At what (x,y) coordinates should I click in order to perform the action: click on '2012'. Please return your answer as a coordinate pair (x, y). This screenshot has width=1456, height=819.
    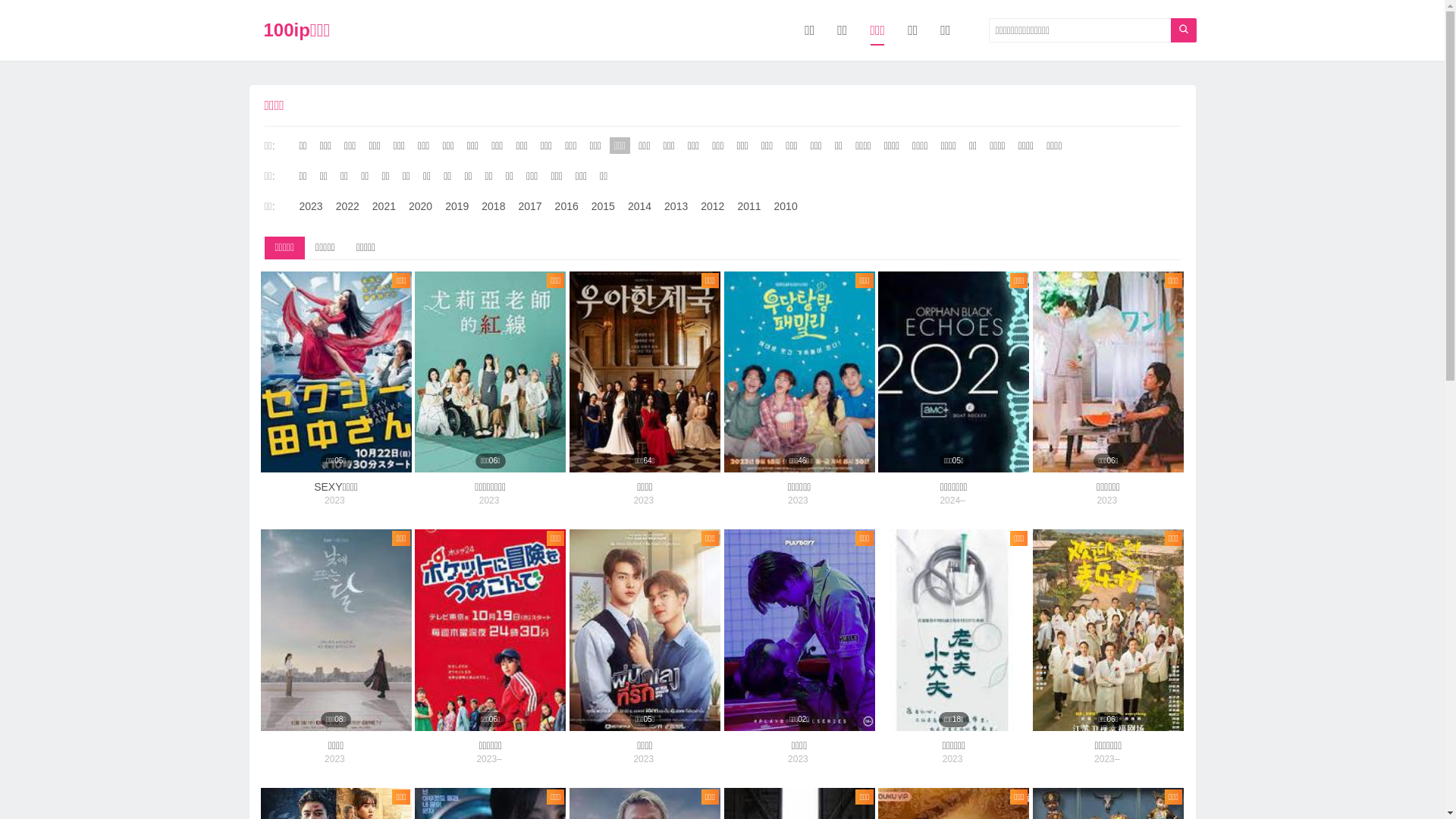
    Looking at the image, I should click on (711, 206).